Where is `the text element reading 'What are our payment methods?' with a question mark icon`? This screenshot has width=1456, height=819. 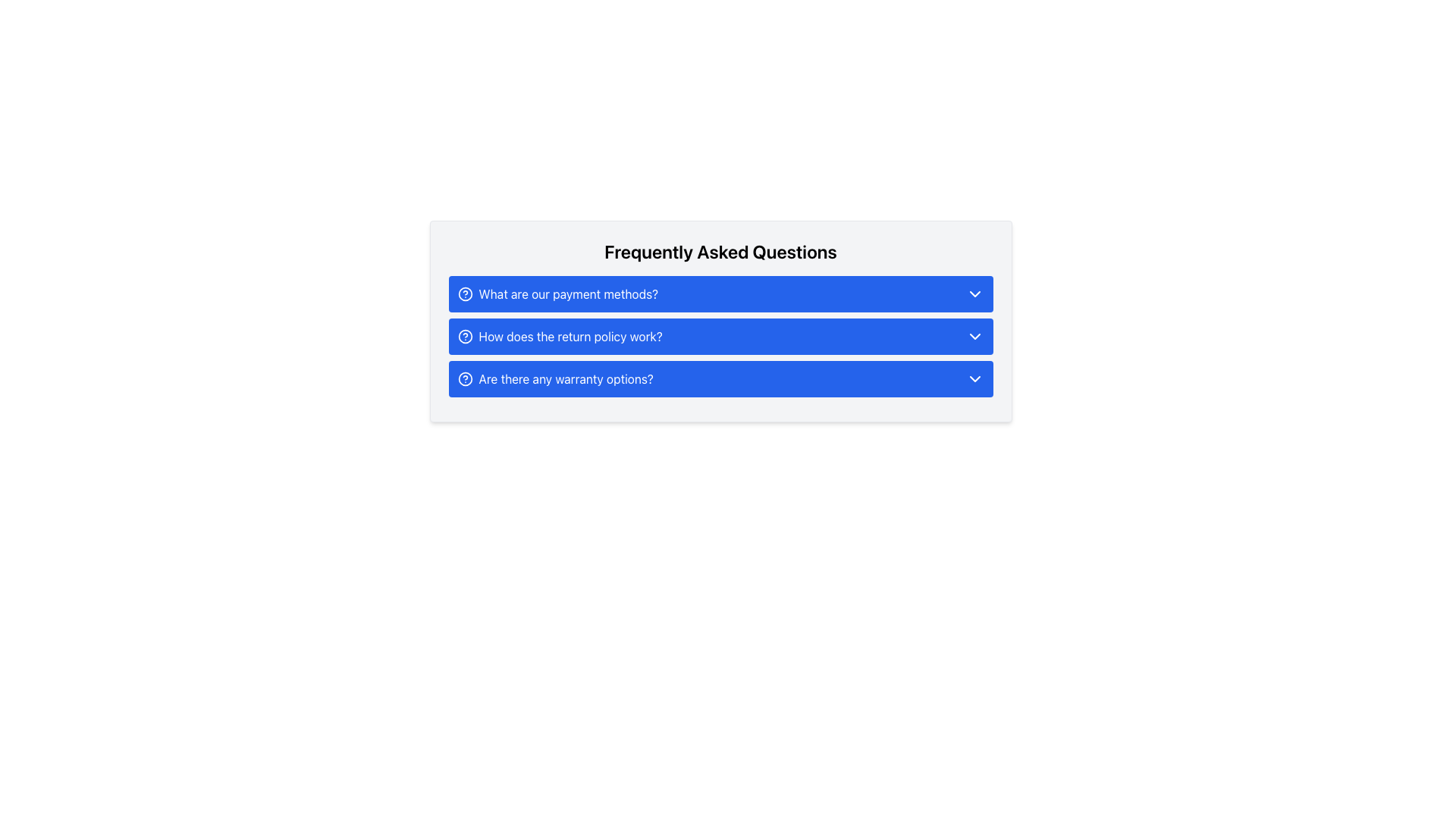 the text element reading 'What are our payment methods?' with a question mark icon is located at coordinates (557, 294).